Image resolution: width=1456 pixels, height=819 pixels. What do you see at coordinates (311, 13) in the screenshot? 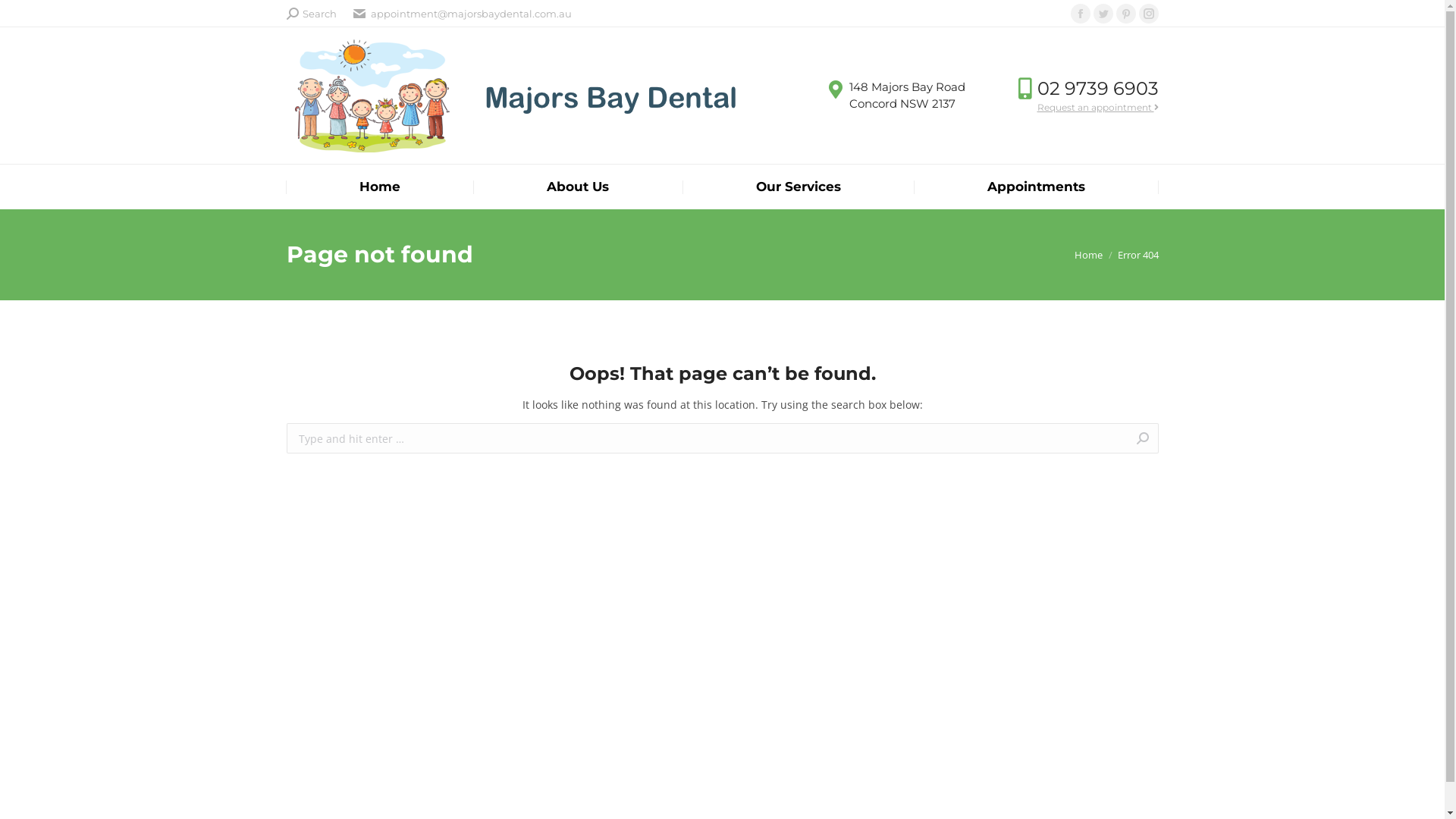
I see `'Search'` at bounding box center [311, 13].